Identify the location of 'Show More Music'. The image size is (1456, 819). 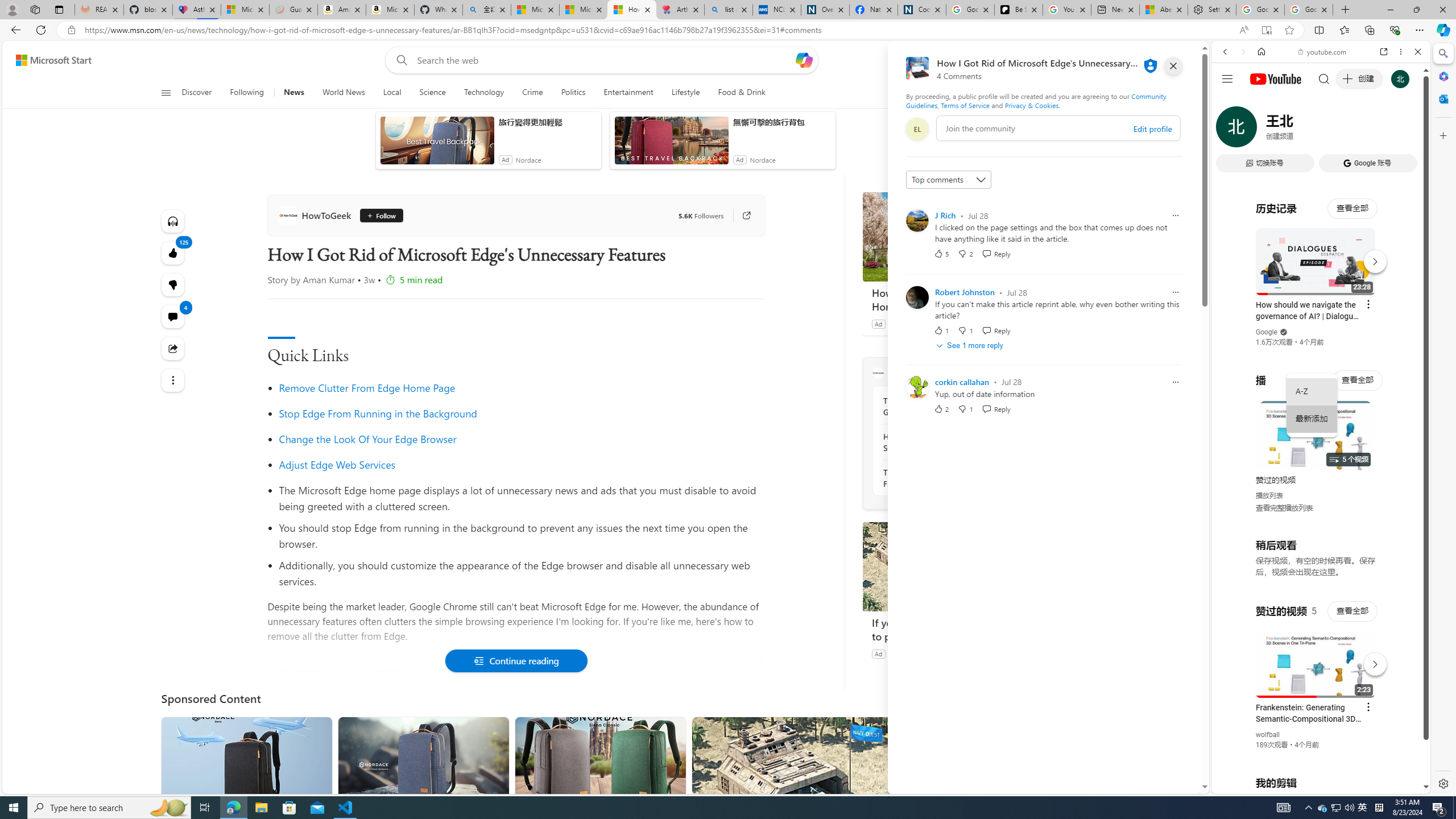
(1389, 310).